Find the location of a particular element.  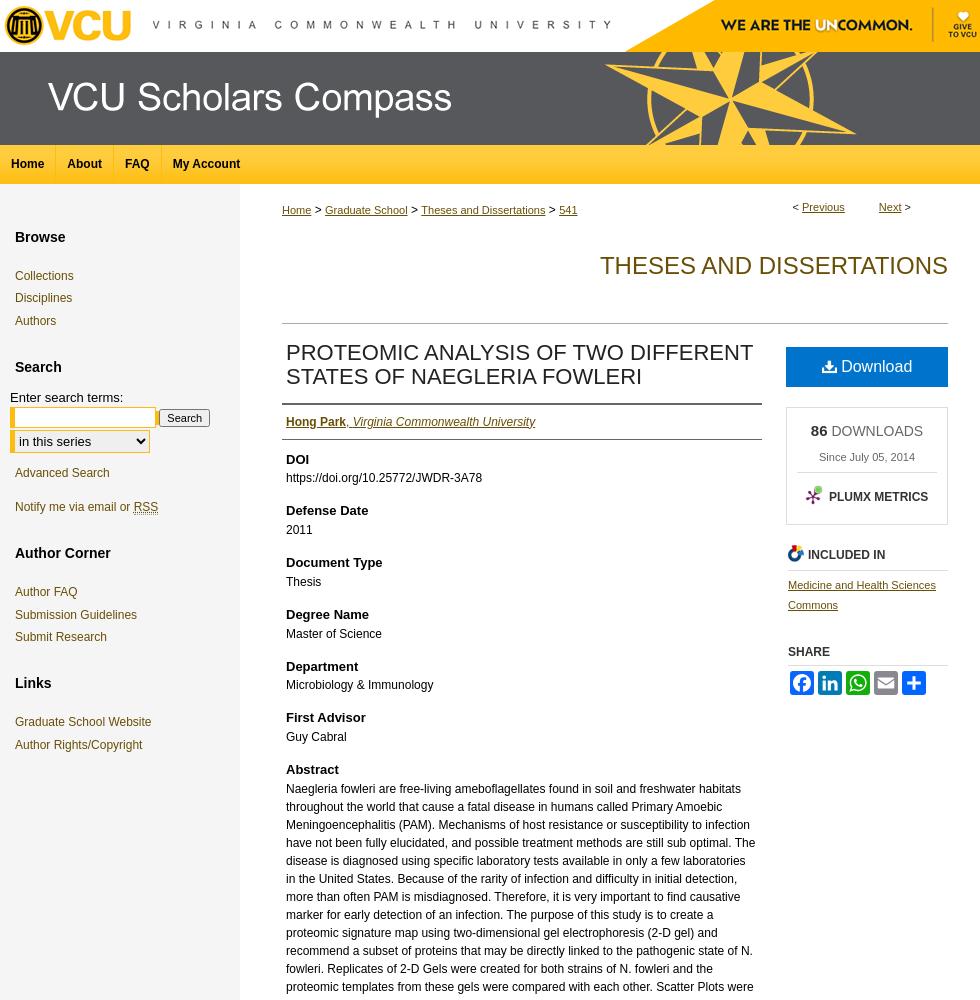

'Virginia Commonwealth University' is located at coordinates (443, 421).